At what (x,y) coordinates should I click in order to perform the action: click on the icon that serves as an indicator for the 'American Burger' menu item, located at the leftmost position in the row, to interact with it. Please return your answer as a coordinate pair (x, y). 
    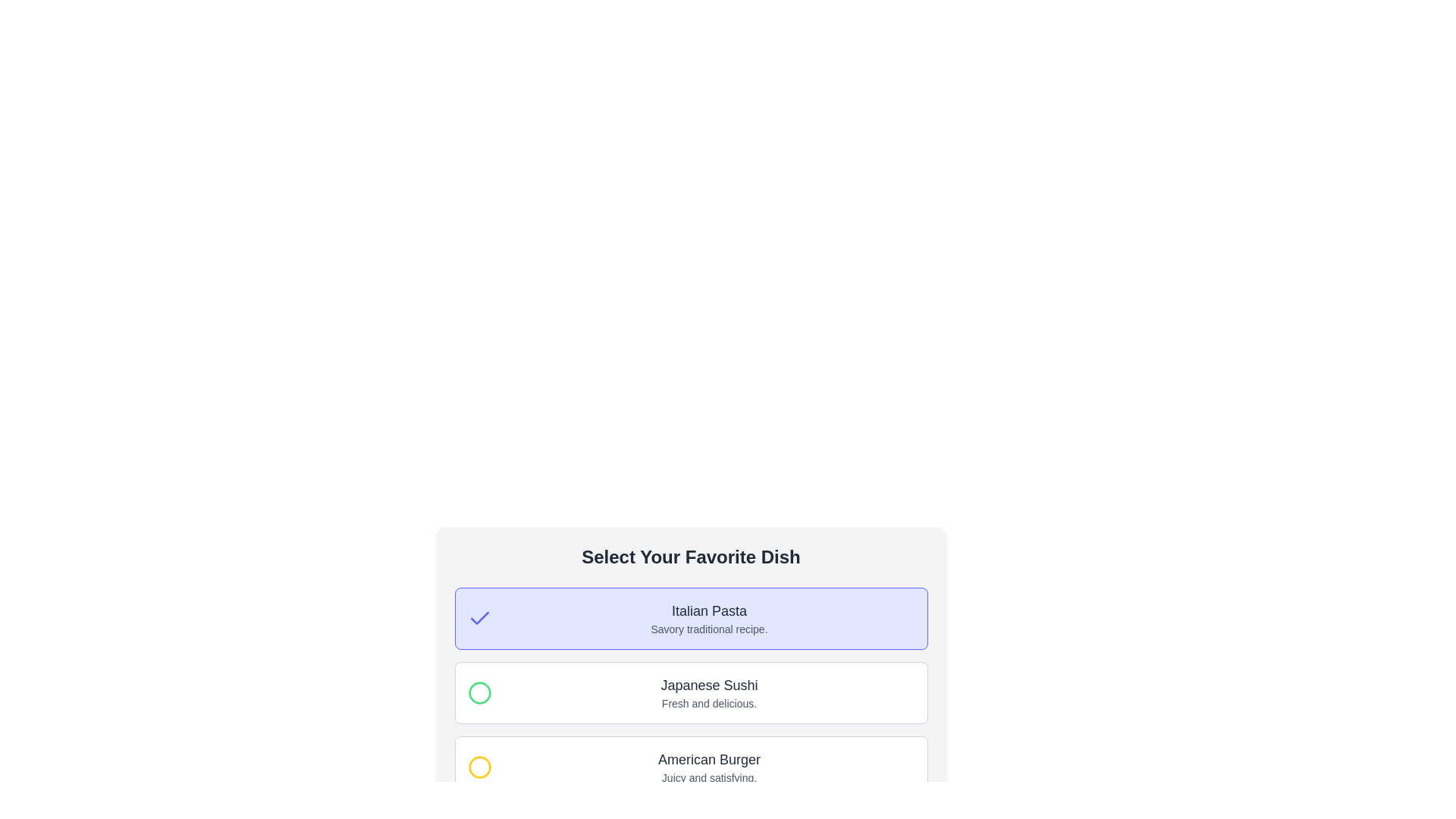
    Looking at the image, I should click on (479, 767).